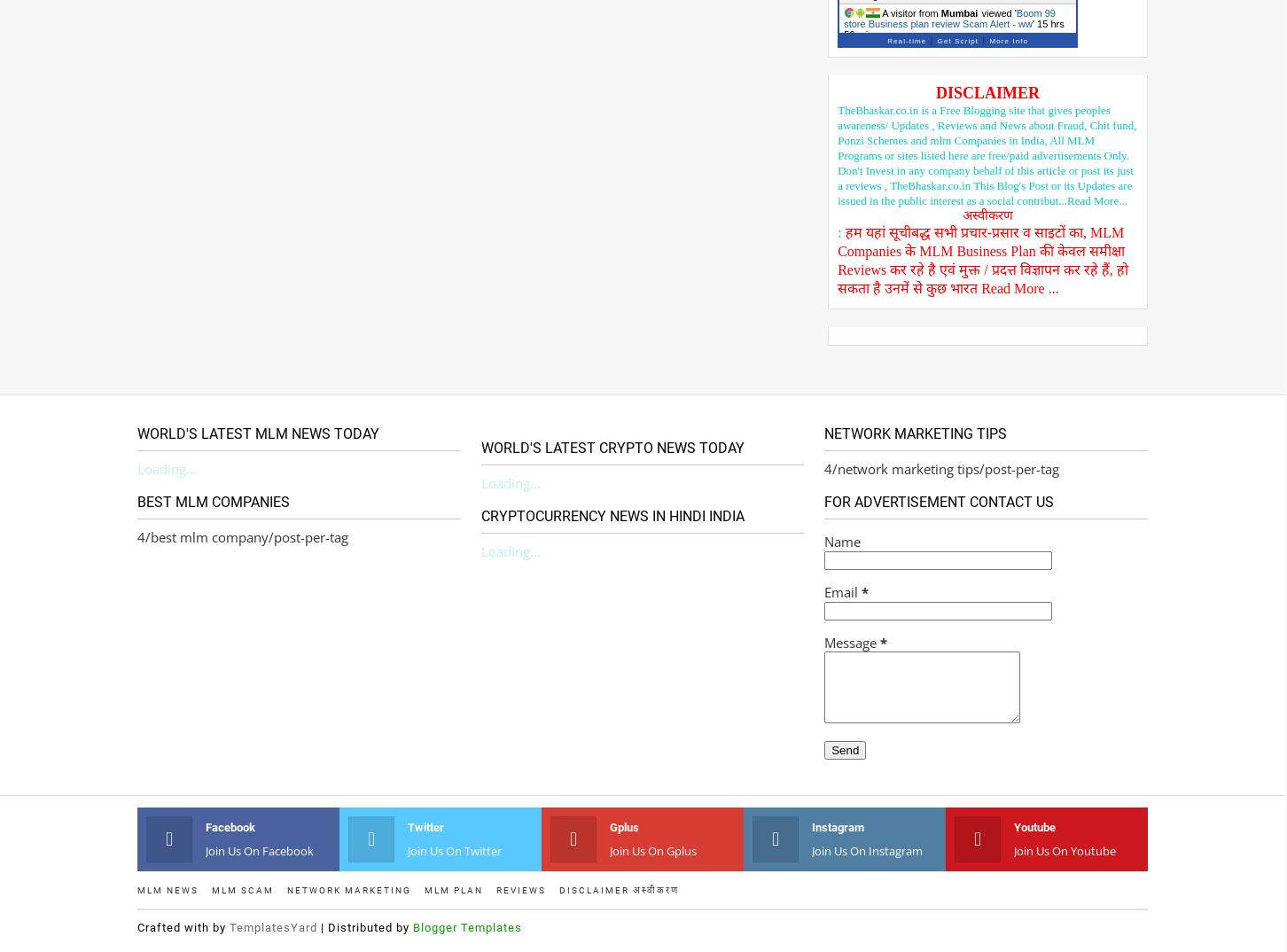  I want to click on 'gplus', so click(608, 826).